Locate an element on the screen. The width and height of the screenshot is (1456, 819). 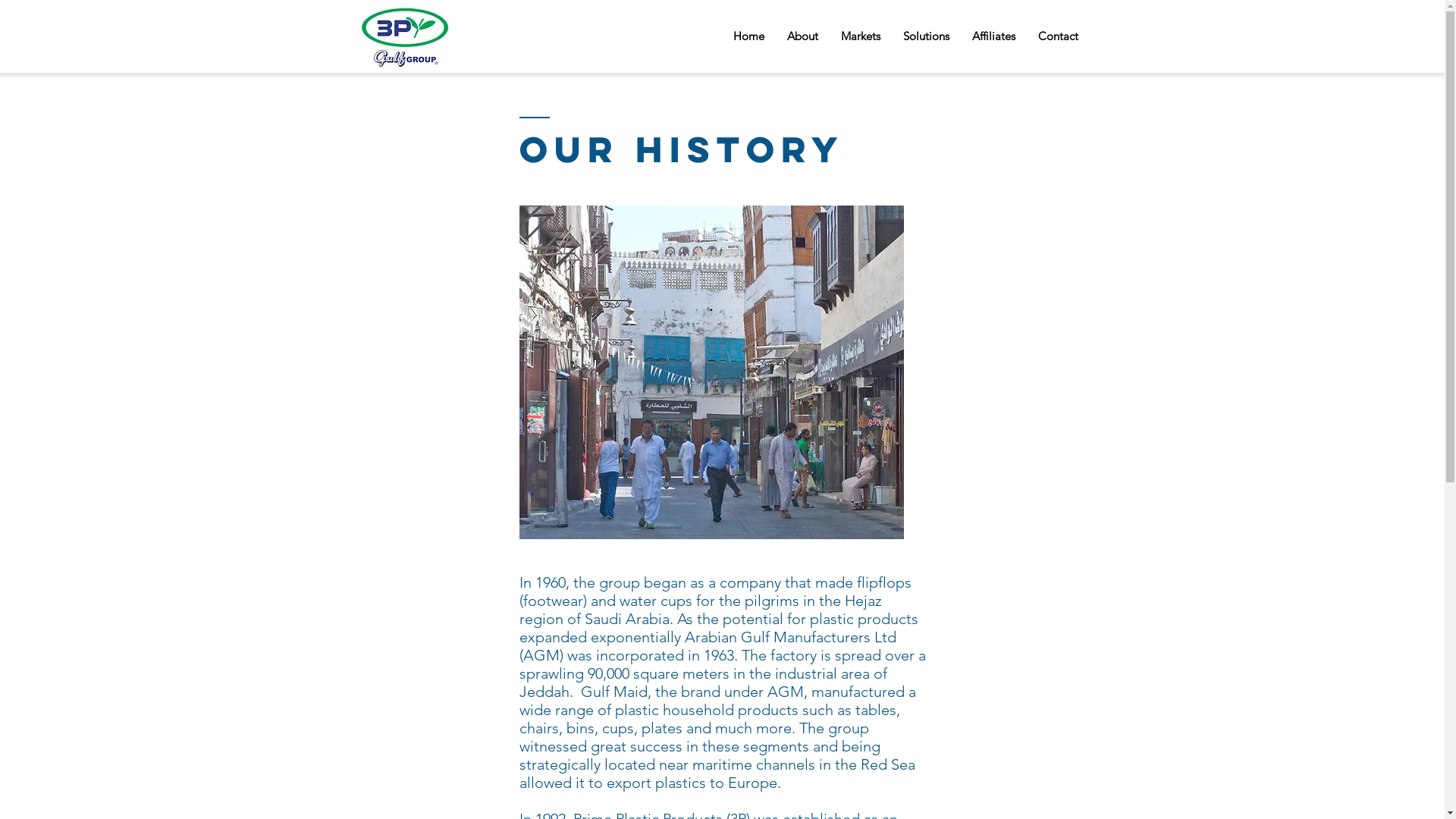
'Affiliates' is located at coordinates (993, 35).